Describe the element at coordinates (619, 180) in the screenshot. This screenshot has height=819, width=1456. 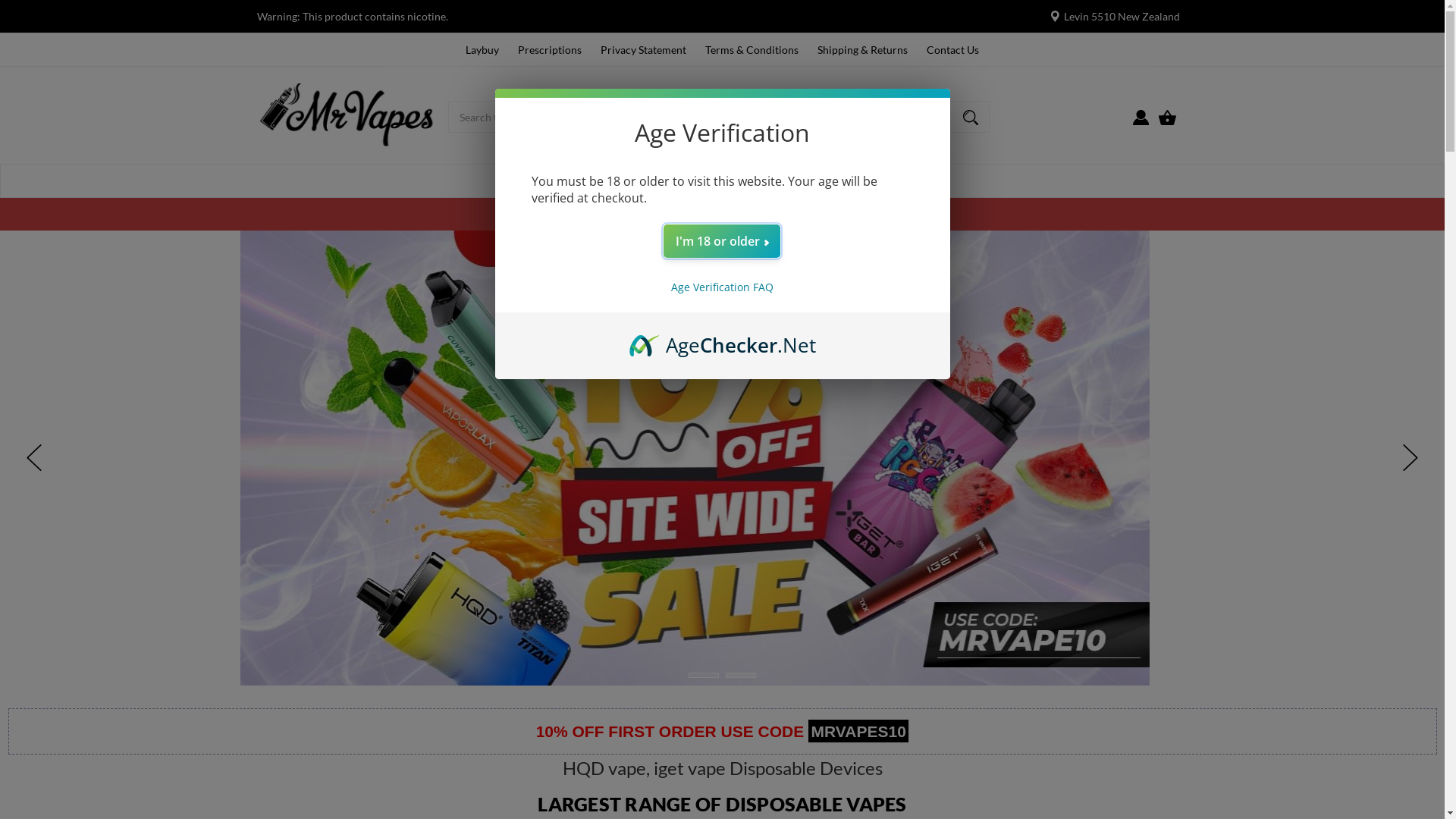
I see `'Disposable Vapes'` at that location.